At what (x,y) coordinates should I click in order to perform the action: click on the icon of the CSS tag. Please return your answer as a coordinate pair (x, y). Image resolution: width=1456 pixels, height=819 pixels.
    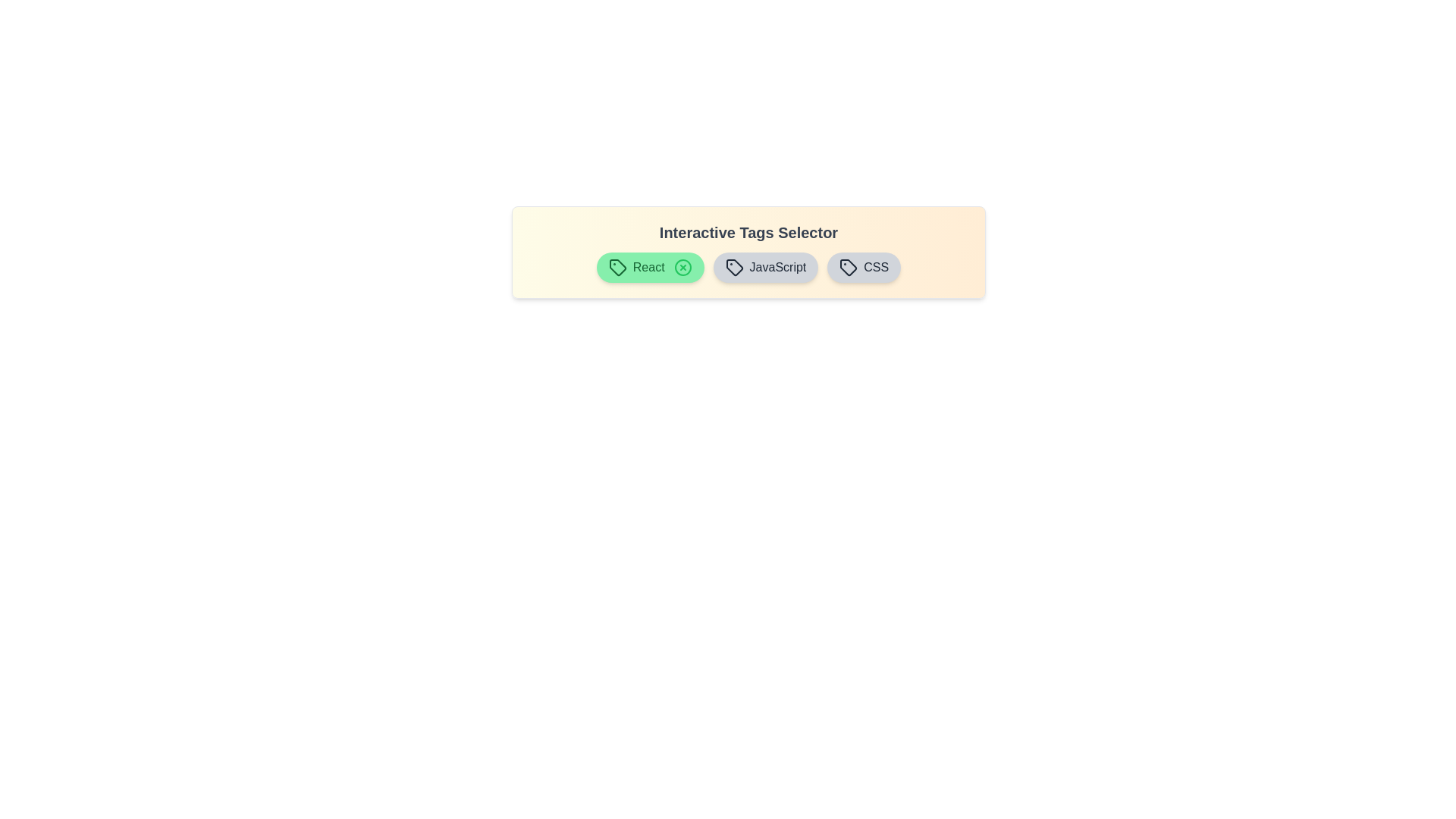
    Looking at the image, I should click on (876, 267).